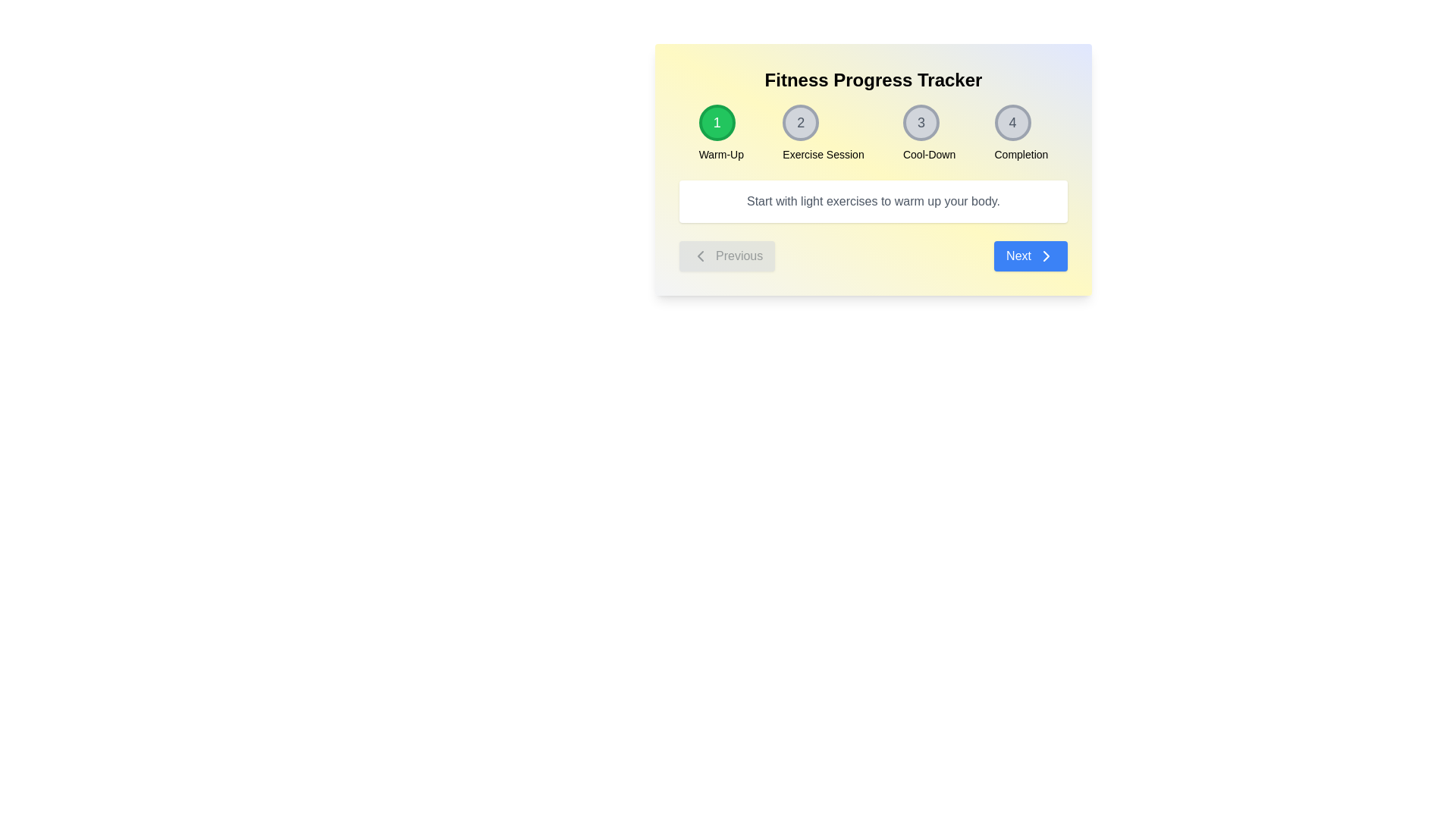 This screenshot has height=819, width=1456. Describe the element at coordinates (874, 201) in the screenshot. I see `instructions displayed in the text block that contains the message 'Start with light exercises to warm up your body.' This text block is centrally positioned within a white rounded rectangle, part of the fitness progress tracker interface` at that location.